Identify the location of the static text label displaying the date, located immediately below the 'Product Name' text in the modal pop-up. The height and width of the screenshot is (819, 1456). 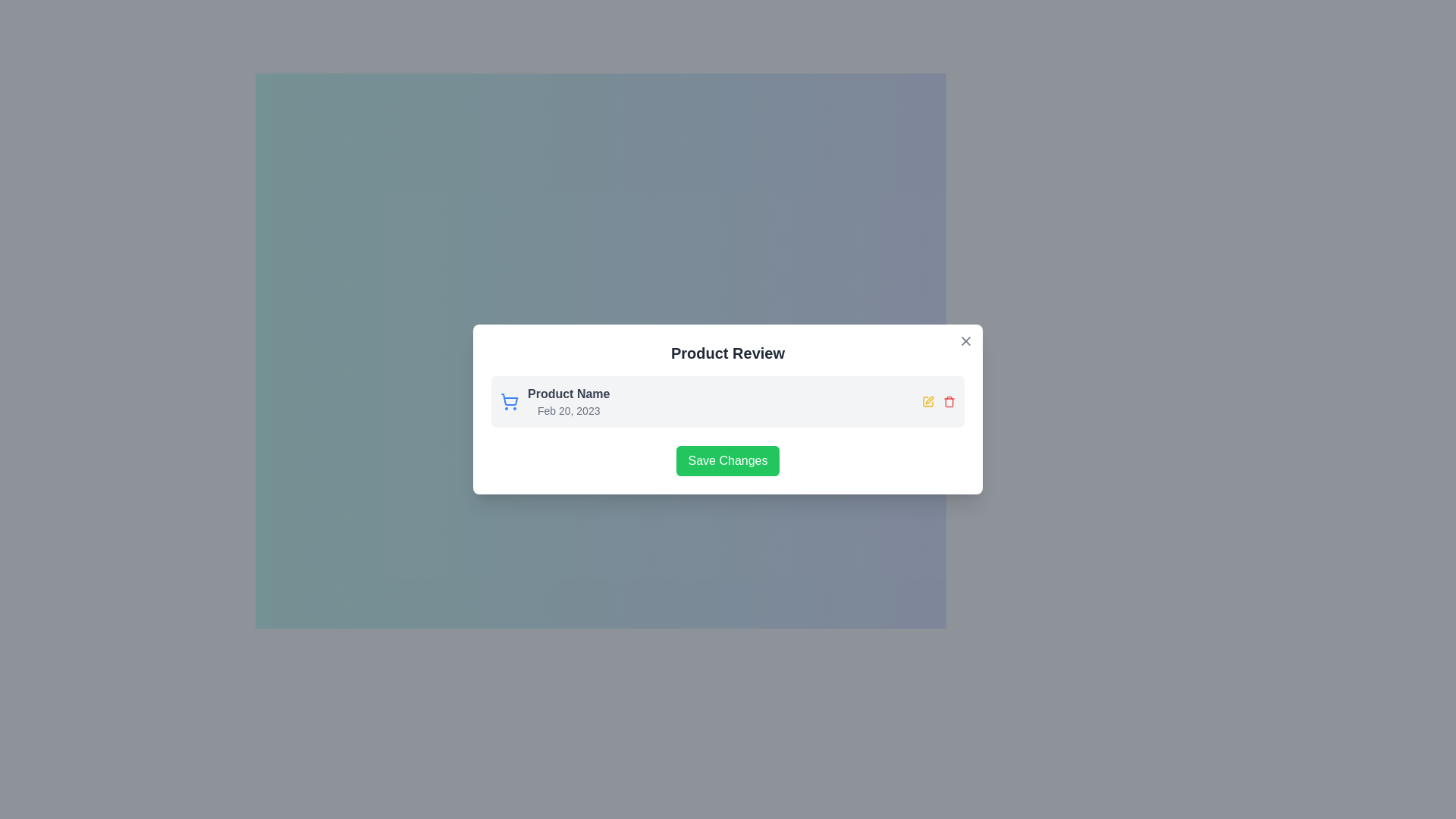
(568, 411).